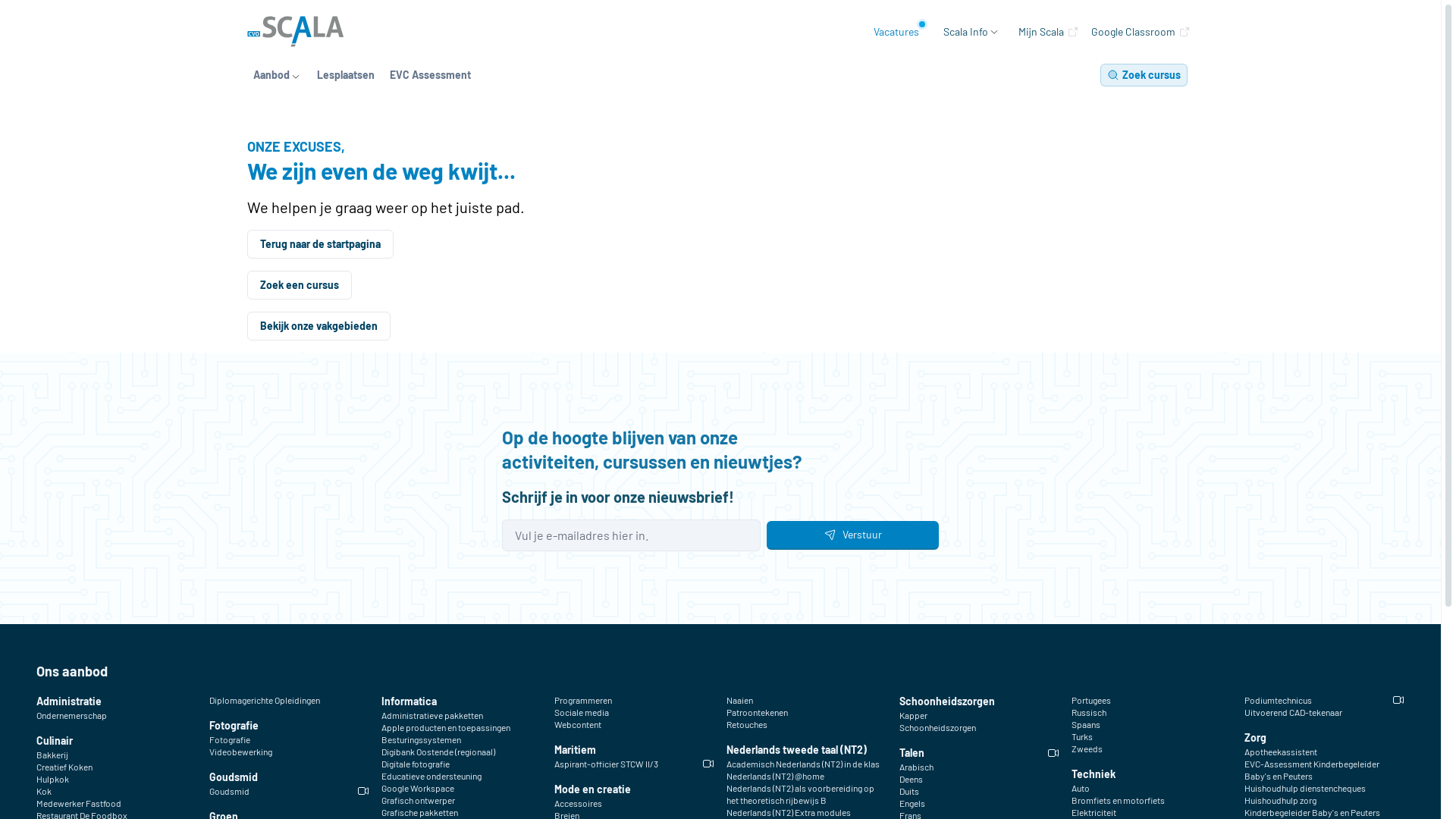 This screenshot has height=819, width=1456. What do you see at coordinates (437, 752) in the screenshot?
I see `'Digibank Oostende (regionaal)'` at bounding box center [437, 752].